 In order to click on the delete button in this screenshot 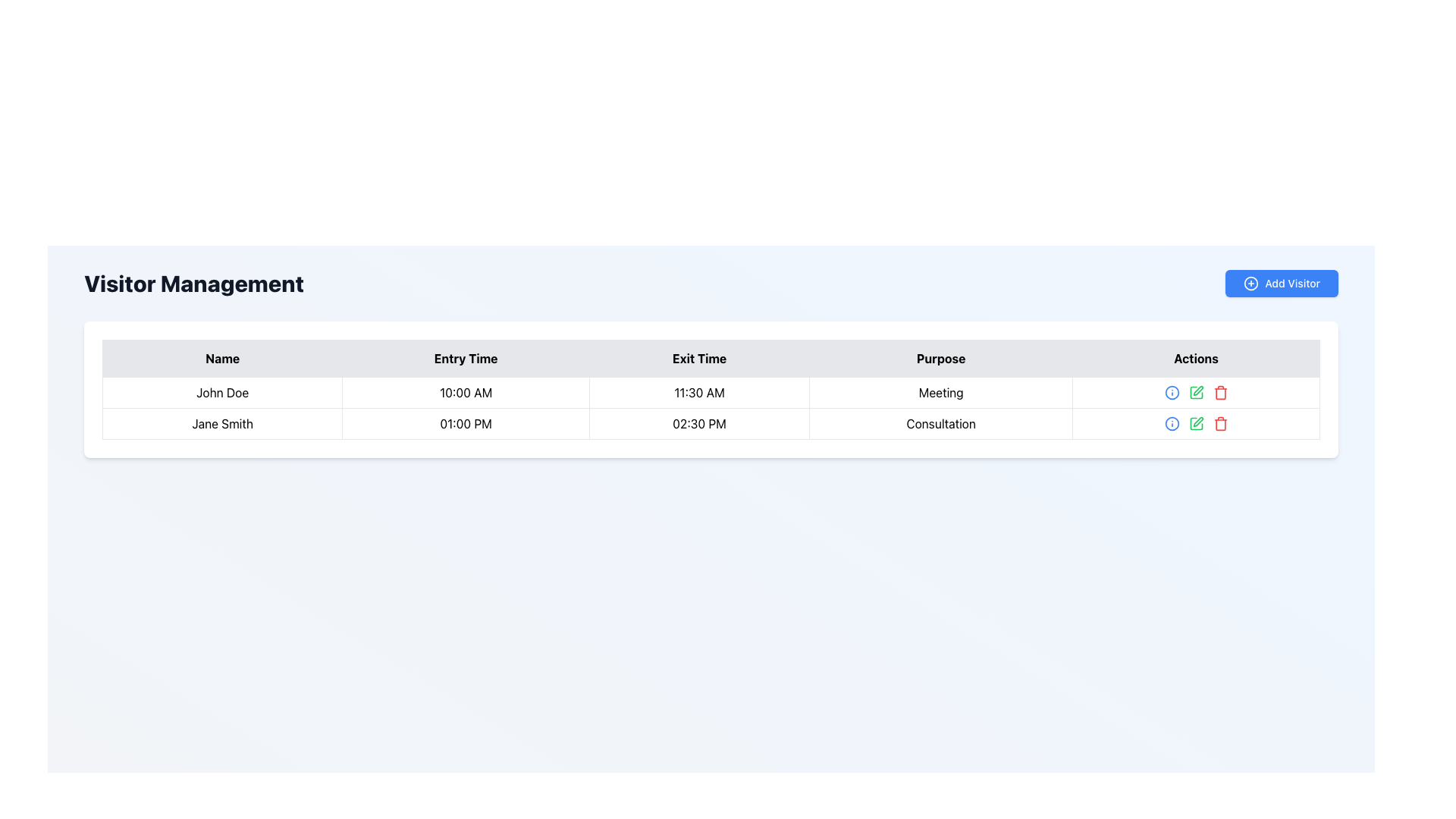, I will do `click(1195, 391)`.